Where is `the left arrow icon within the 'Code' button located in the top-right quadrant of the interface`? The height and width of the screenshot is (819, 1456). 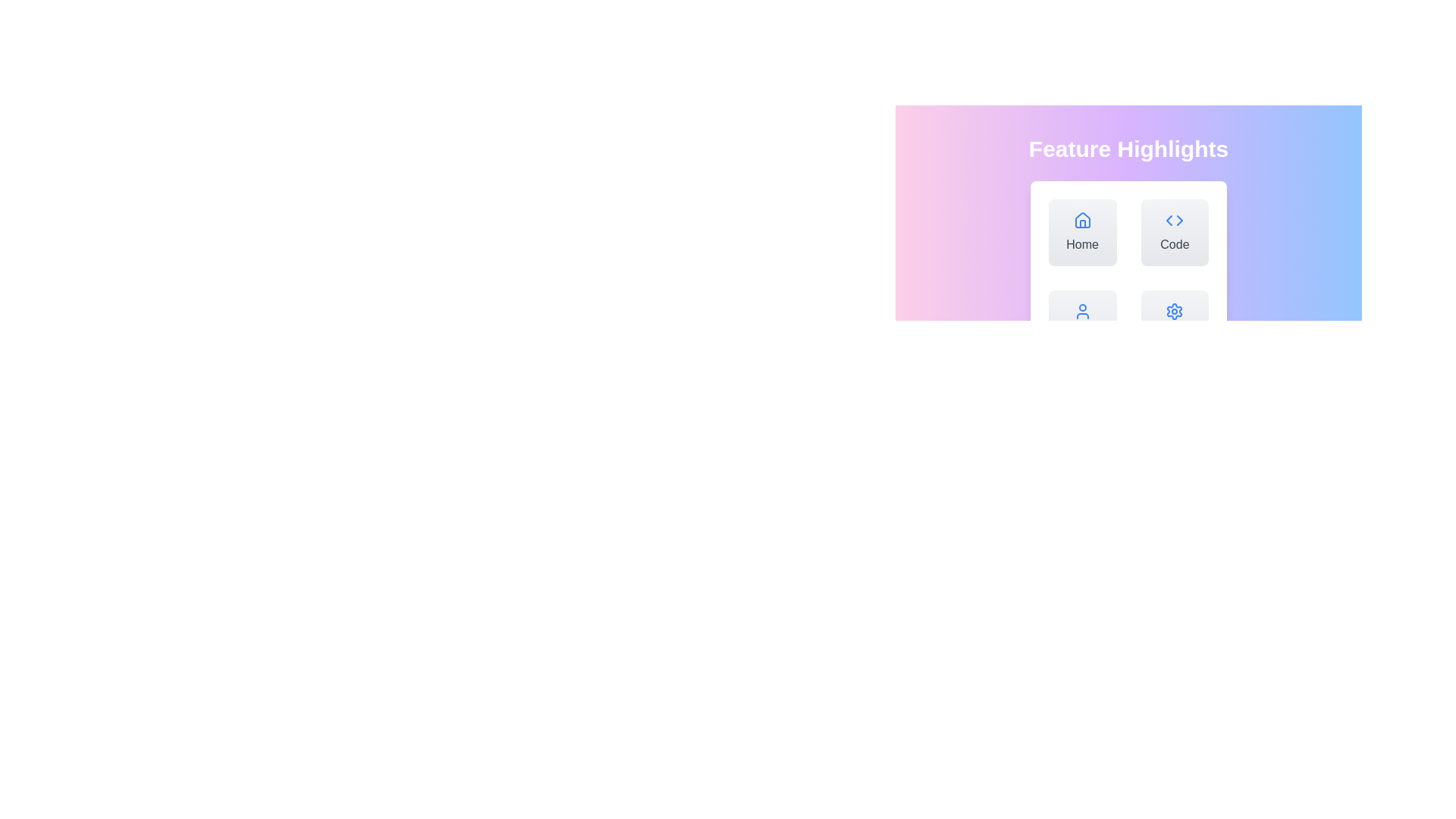 the left arrow icon within the 'Code' button located in the top-right quadrant of the interface is located at coordinates (1169, 220).